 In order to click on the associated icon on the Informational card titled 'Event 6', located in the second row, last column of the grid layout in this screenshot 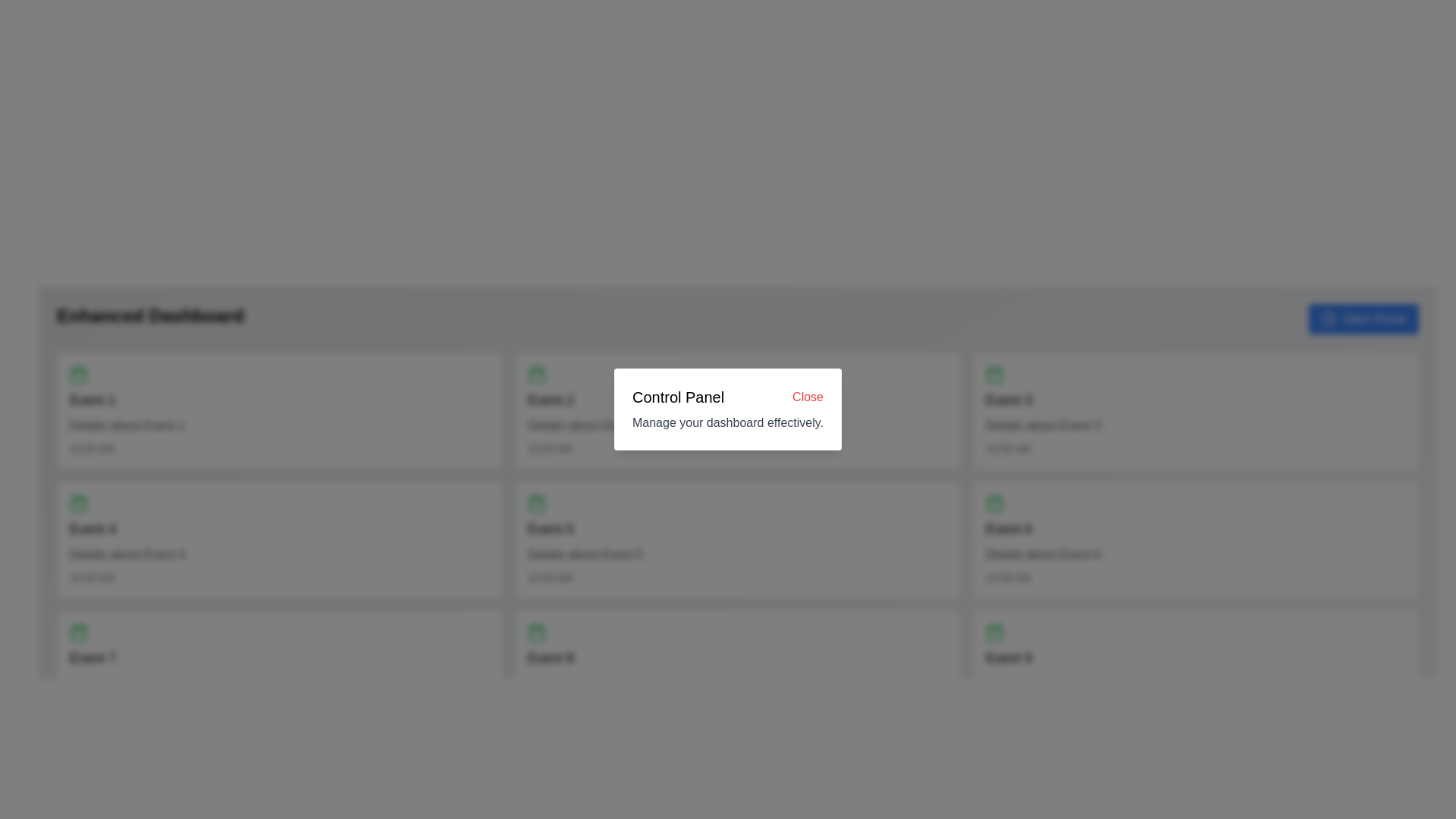, I will do `click(1195, 539)`.